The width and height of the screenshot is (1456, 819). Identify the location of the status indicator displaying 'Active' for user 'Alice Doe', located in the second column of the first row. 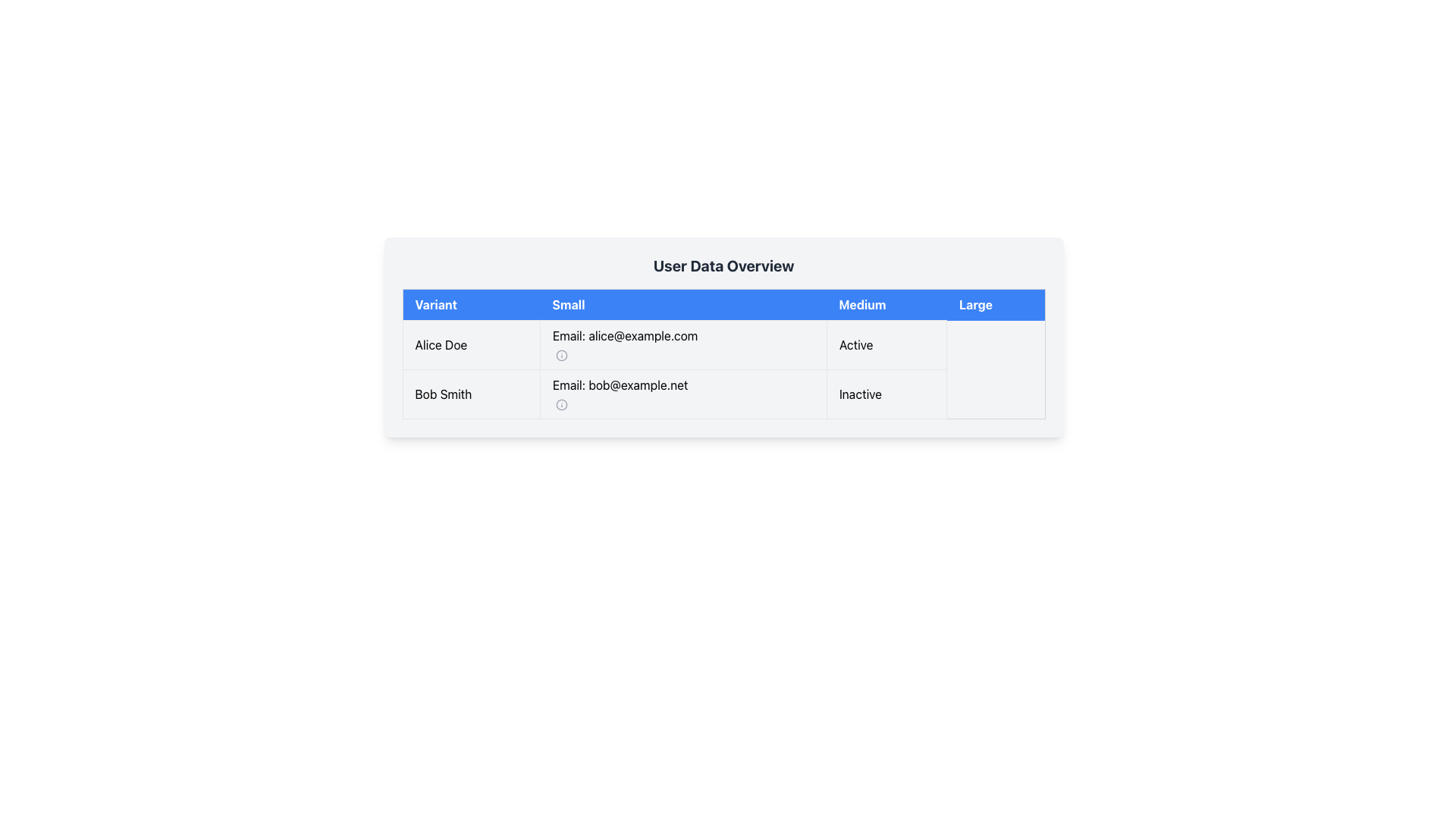
(886, 345).